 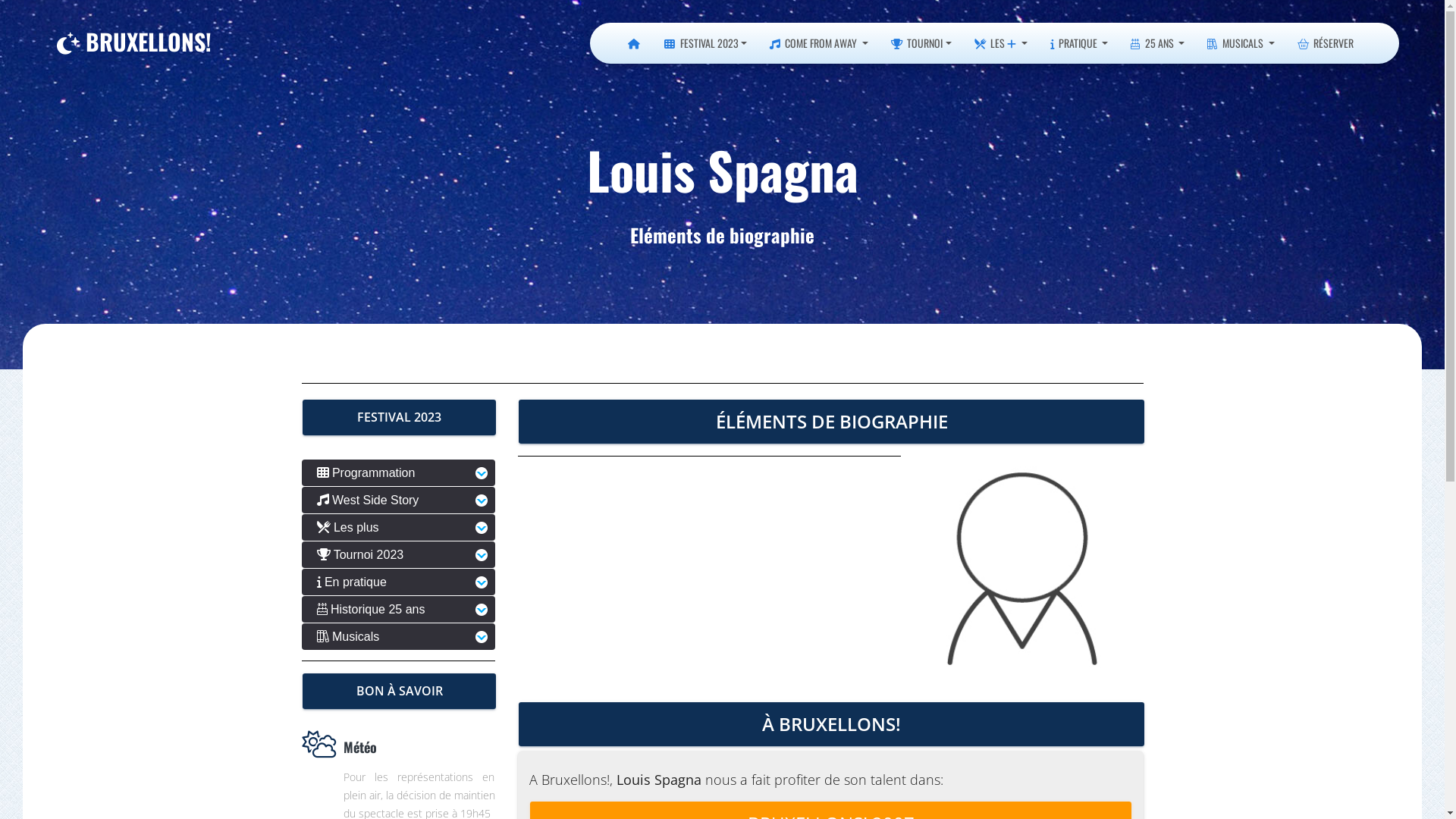 What do you see at coordinates (818, 42) in the screenshot?
I see `'COME FROM AWAY'` at bounding box center [818, 42].